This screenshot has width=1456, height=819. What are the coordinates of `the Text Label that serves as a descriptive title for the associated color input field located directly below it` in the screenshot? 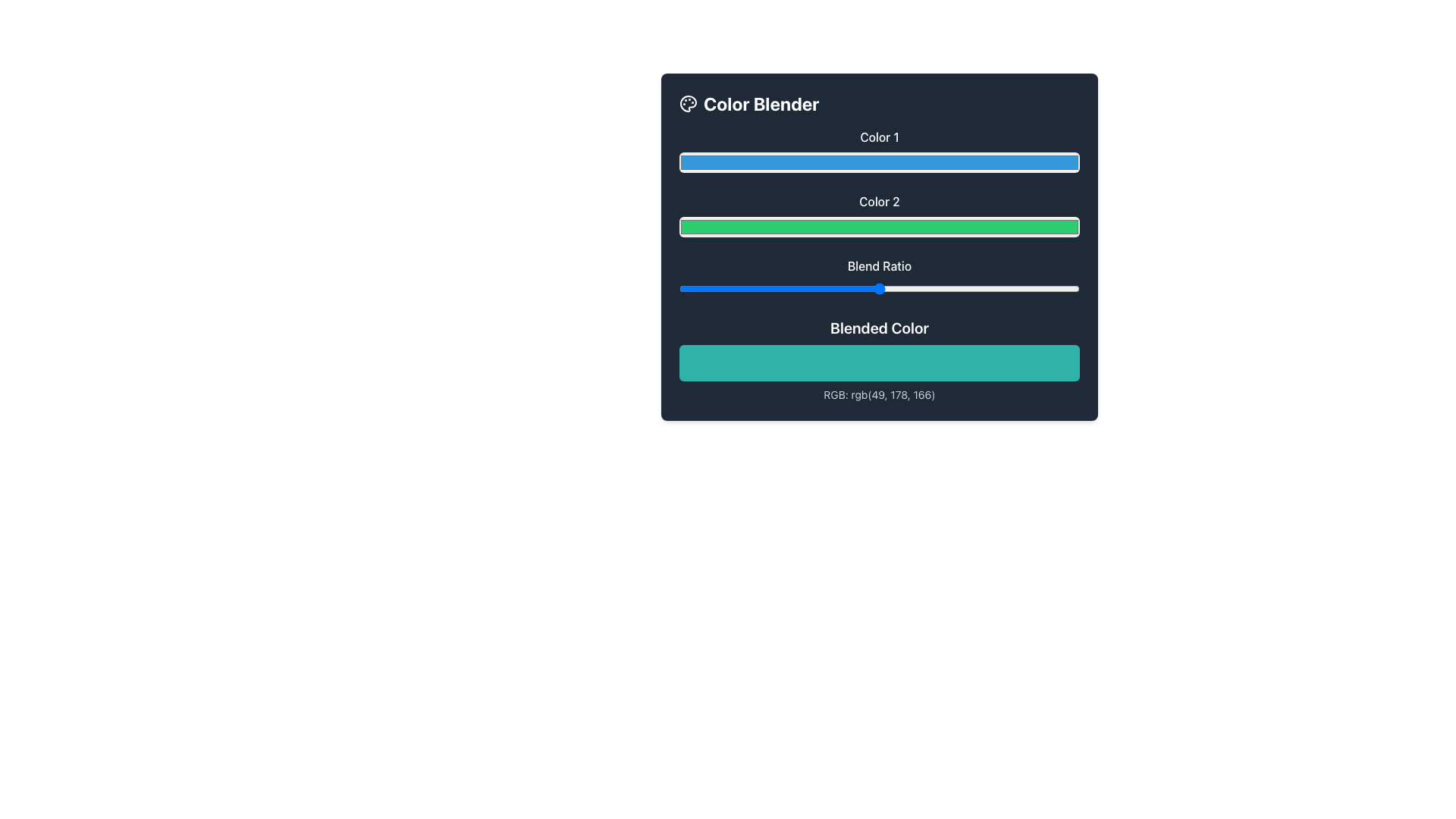 It's located at (880, 137).